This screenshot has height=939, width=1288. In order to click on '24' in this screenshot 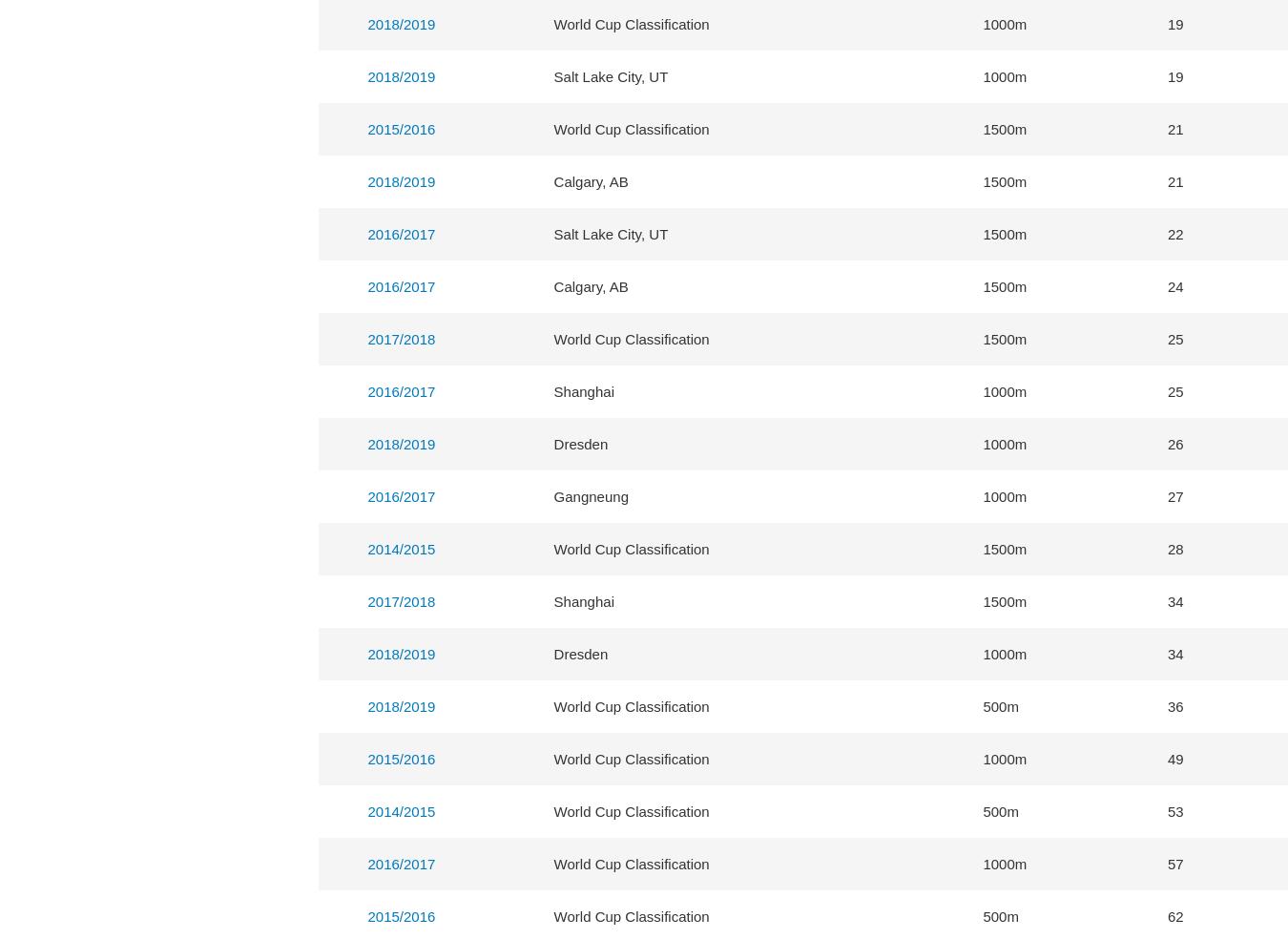, I will do `click(1174, 285)`.